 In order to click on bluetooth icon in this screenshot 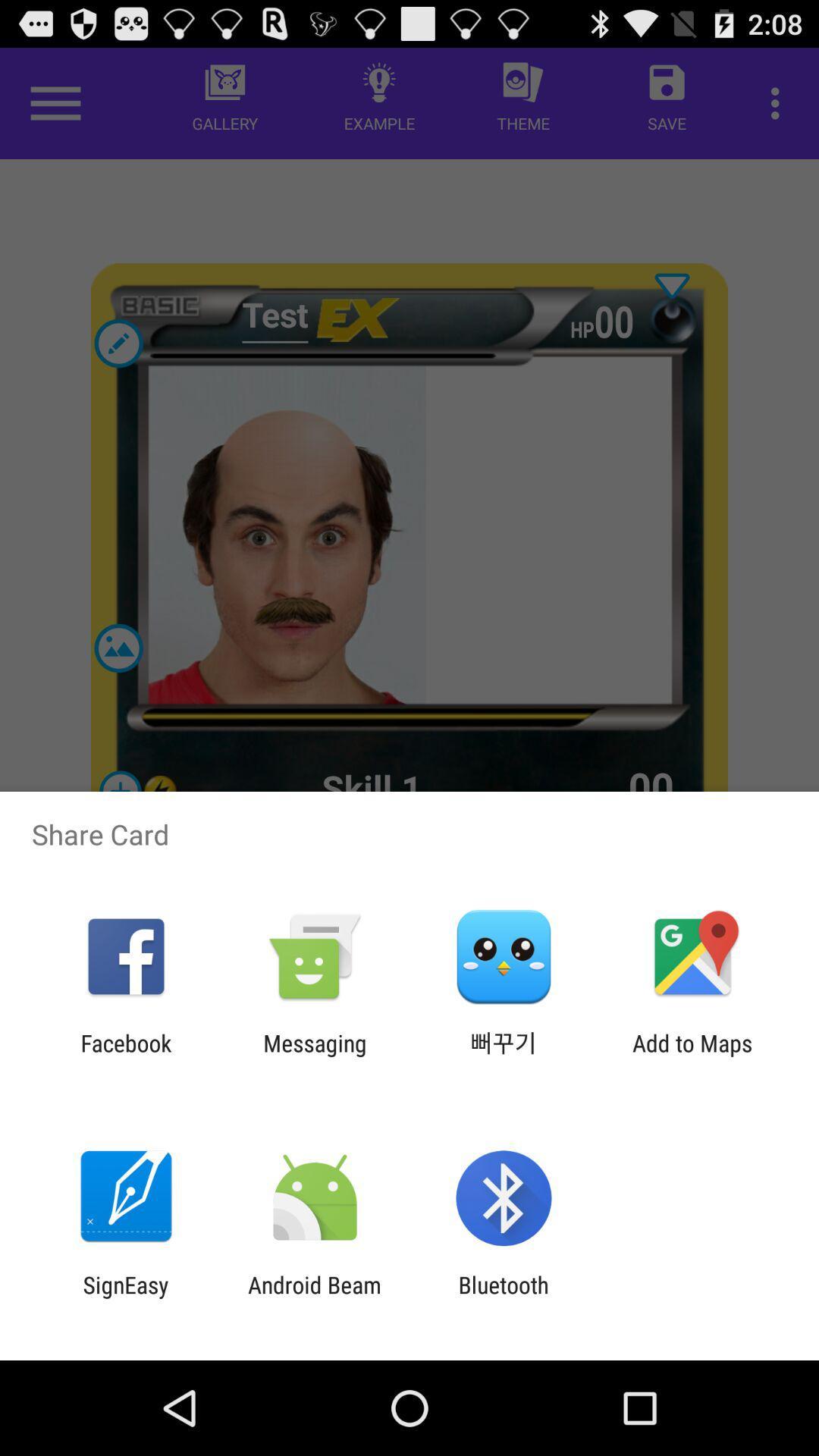, I will do `click(504, 1298)`.